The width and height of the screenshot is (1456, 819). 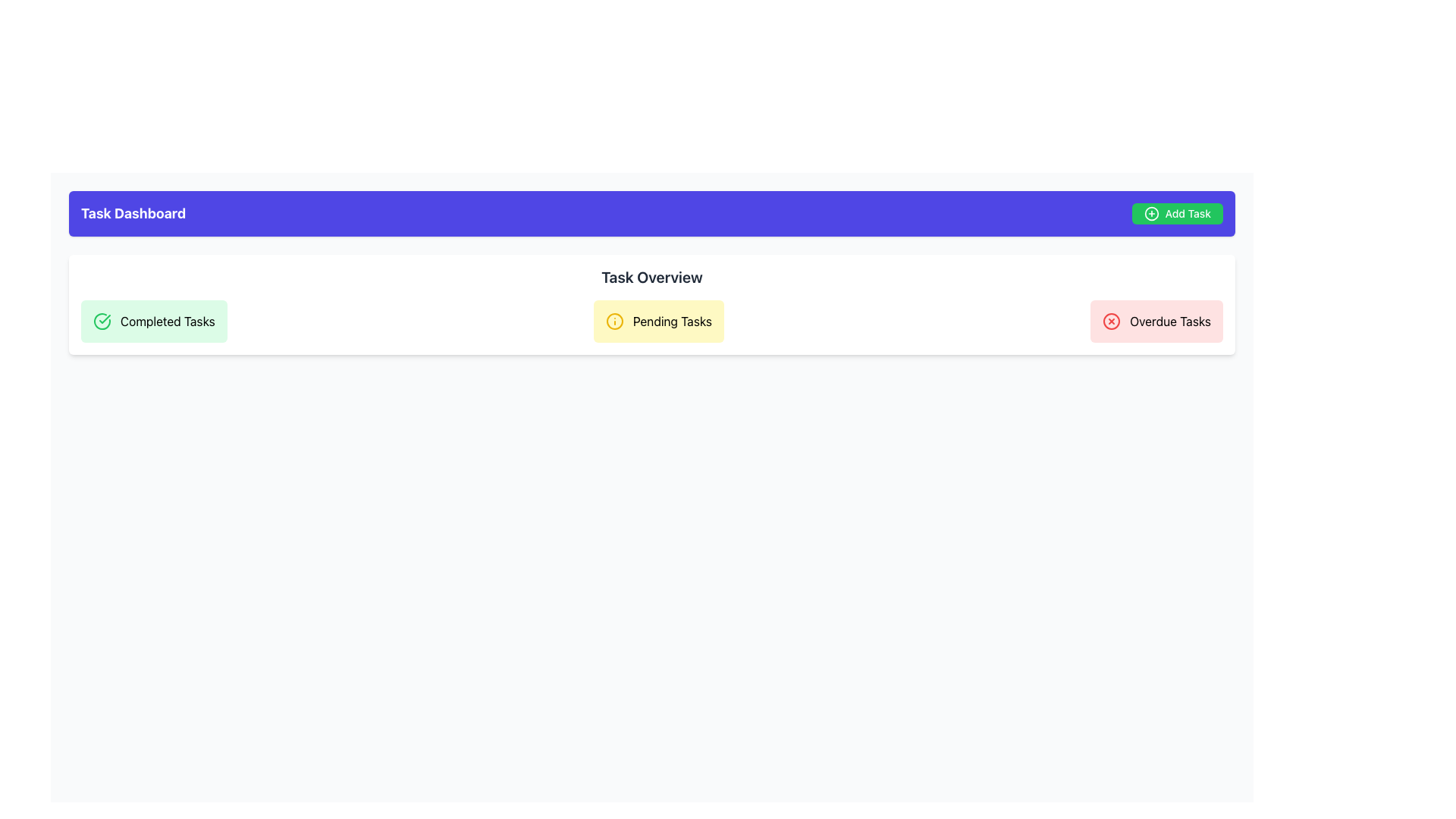 I want to click on the 'Add Task' button in the upper right corner of the dashboard's header section, so click(x=1176, y=213).